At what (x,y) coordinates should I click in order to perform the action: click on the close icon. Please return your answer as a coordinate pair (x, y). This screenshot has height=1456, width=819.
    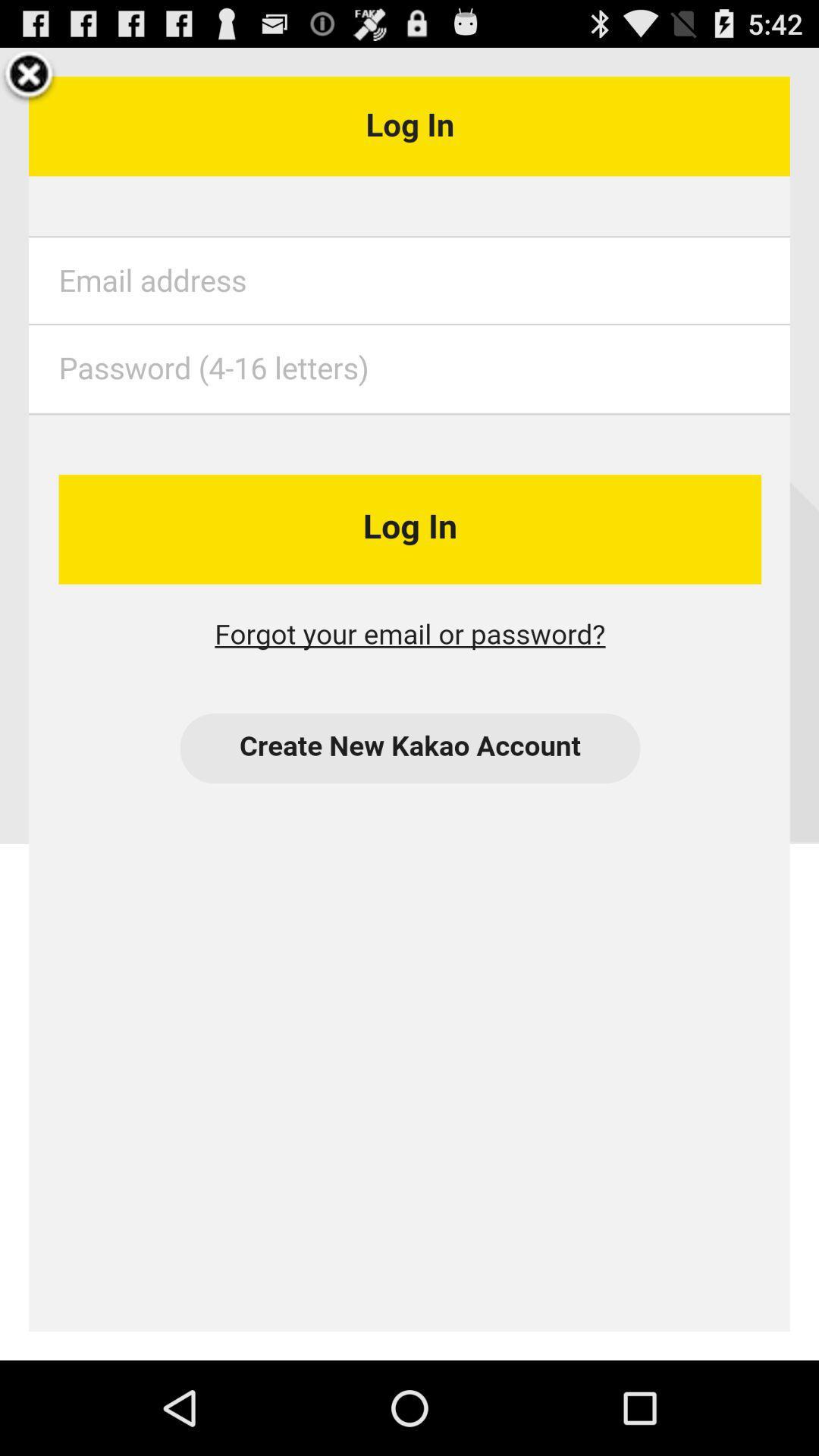
    Looking at the image, I should click on (29, 81).